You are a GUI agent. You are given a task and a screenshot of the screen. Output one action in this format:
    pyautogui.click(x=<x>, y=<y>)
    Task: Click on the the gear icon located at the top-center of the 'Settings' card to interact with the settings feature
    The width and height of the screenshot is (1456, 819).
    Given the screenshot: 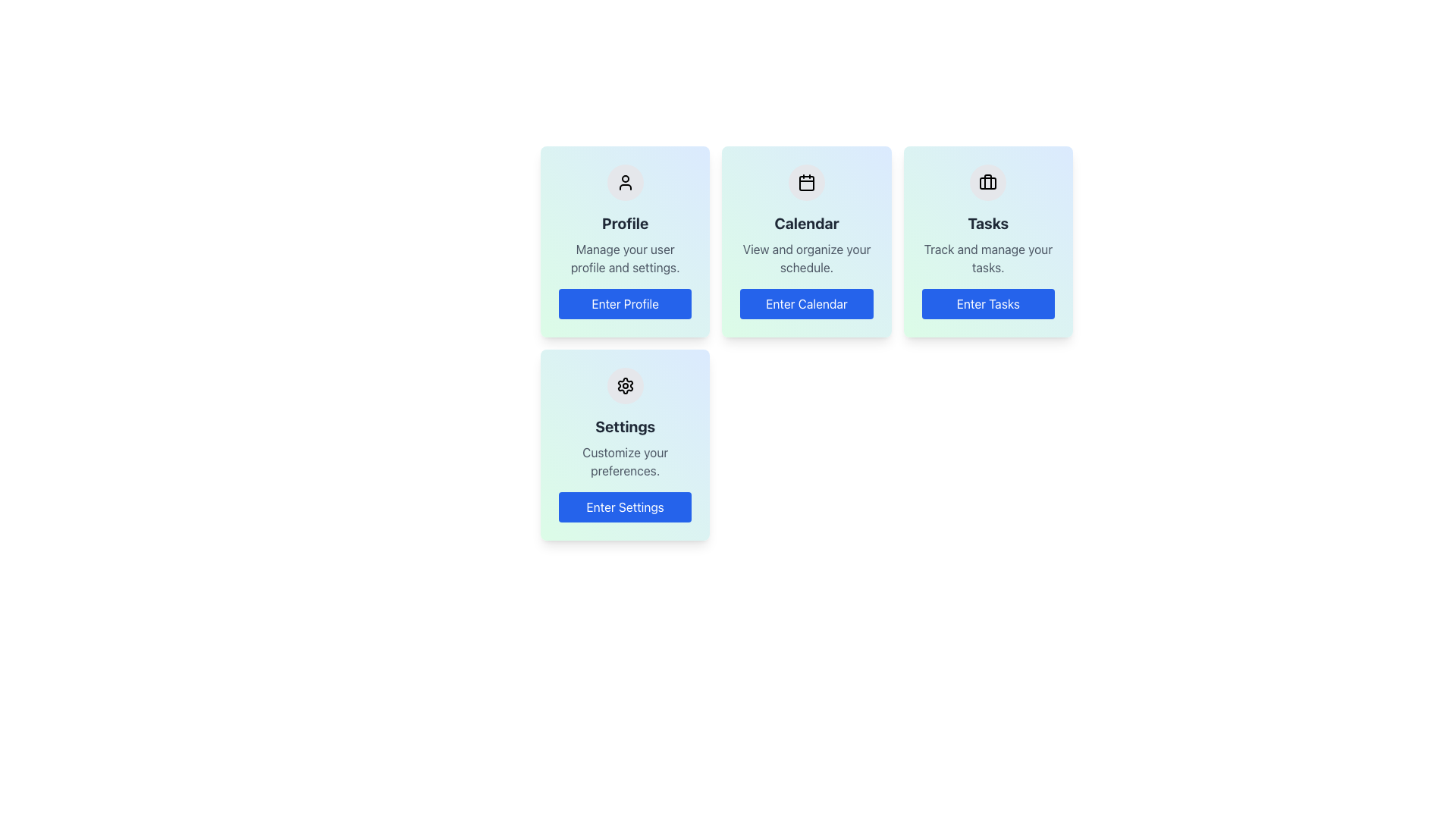 What is the action you would take?
    pyautogui.click(x=625, y=385)
    